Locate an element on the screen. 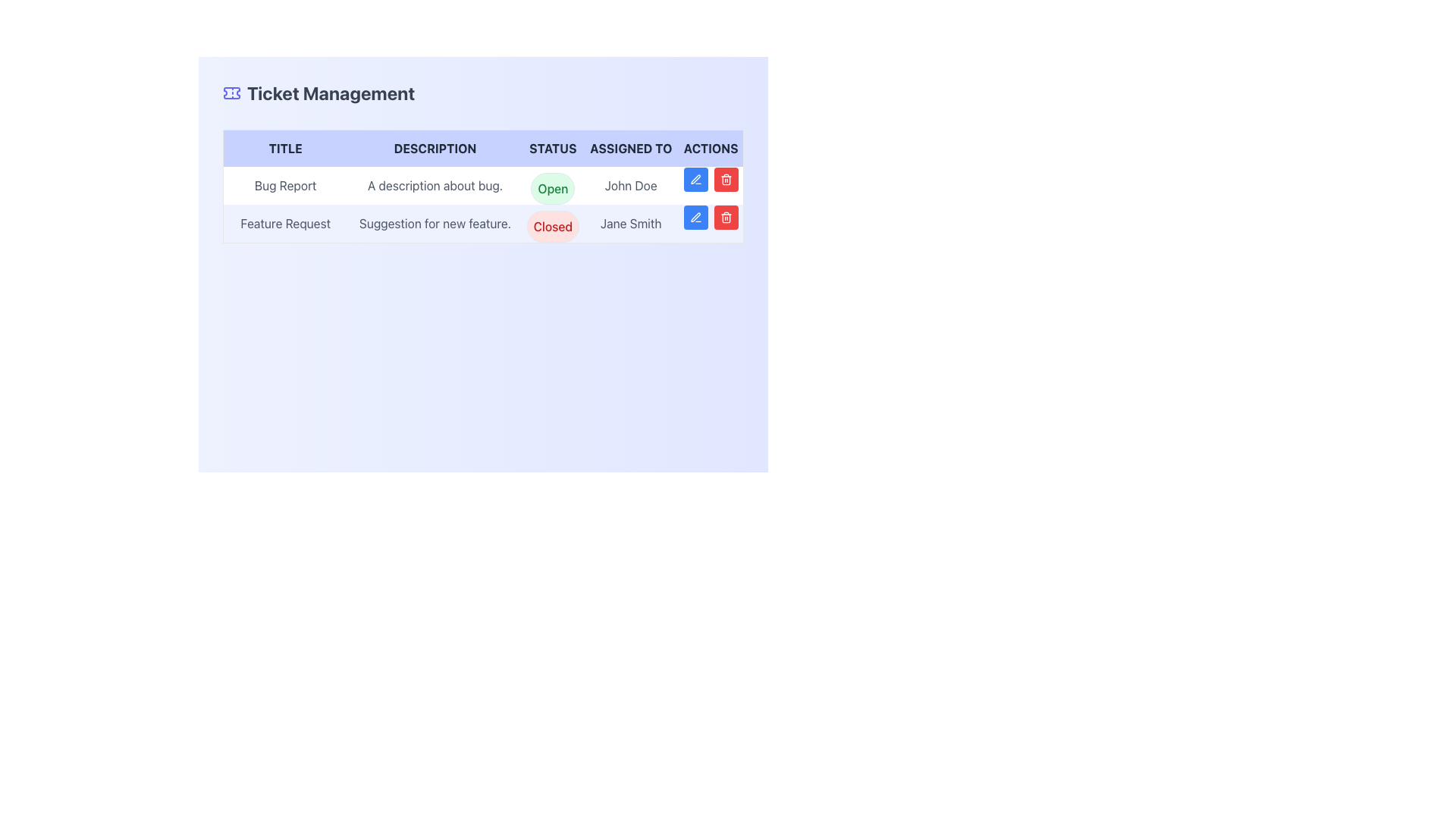 The width and height of the screenshot is (1456, 819). the edit icon button located in the second row of the 'Actions' column of the table is located at coordinates (695, 178).